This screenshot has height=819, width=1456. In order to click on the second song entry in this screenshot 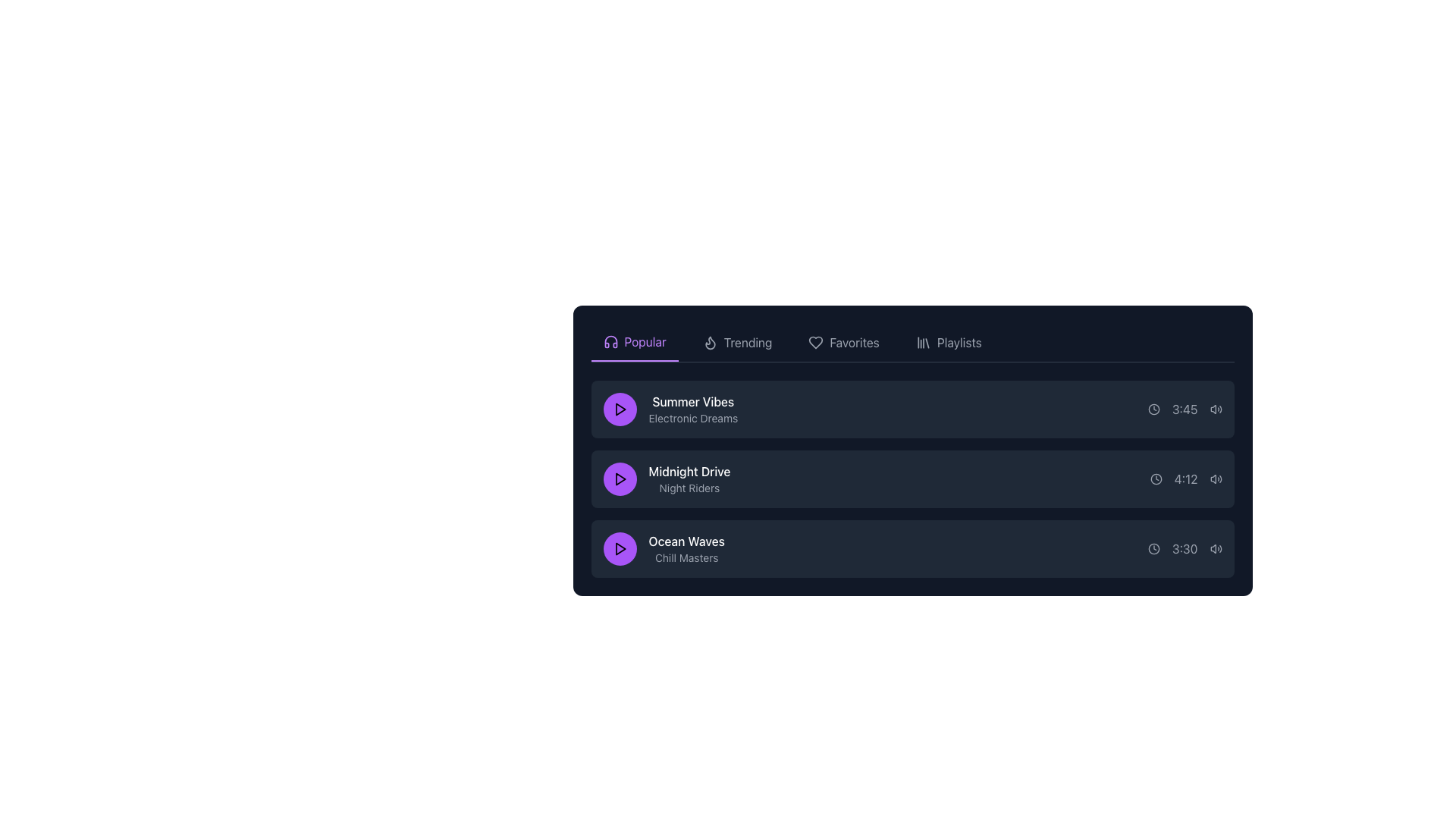, I will do `click(912, 479)`.